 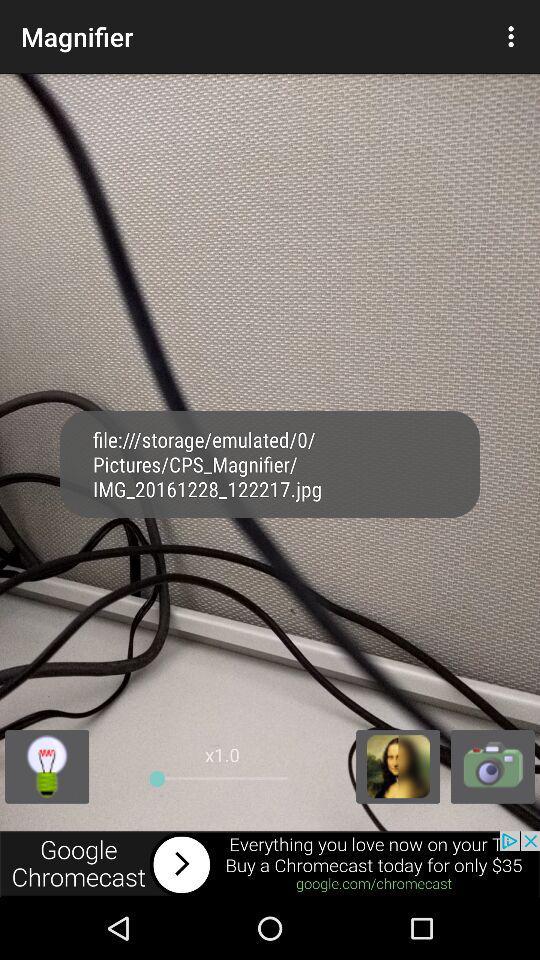 I want to click on for advertisement, so click(x=270, y=863).